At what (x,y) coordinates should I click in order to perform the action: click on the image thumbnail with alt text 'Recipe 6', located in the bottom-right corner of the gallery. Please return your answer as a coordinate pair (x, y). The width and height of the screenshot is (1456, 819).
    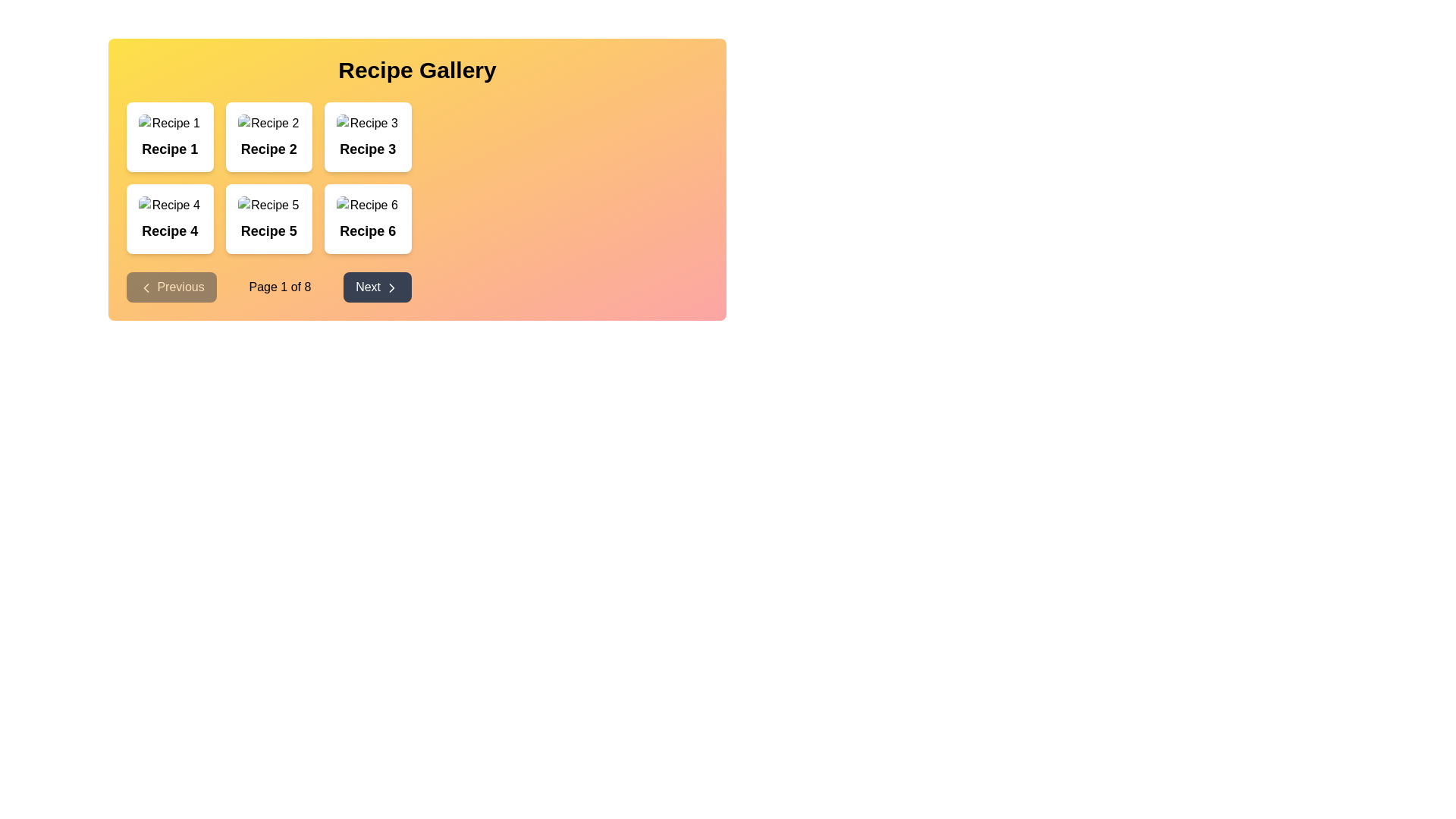
    Looking at the image, I should click on (368, 205).